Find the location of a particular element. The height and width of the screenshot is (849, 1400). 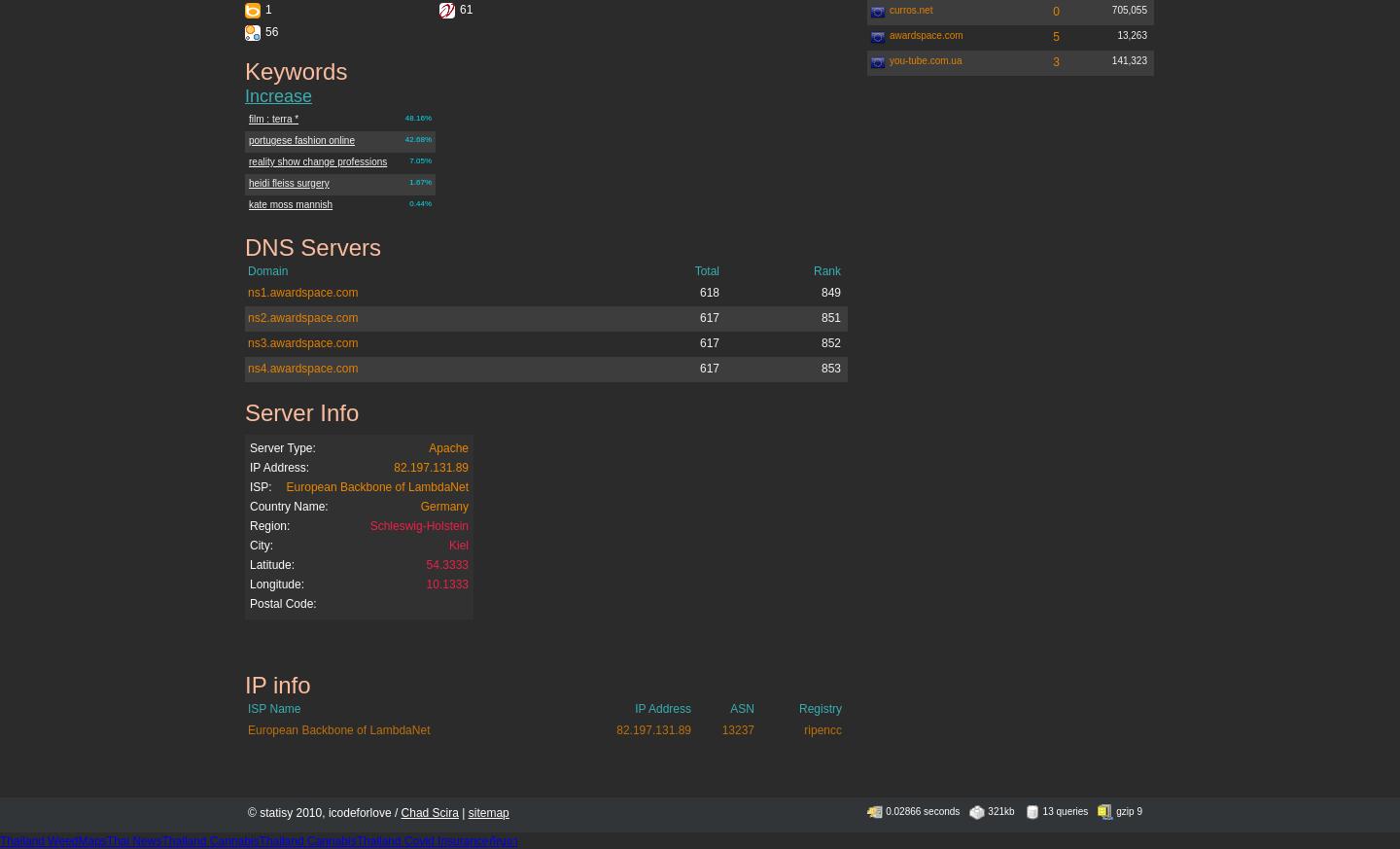

'0.44%' is located at coordinates (420, 202).